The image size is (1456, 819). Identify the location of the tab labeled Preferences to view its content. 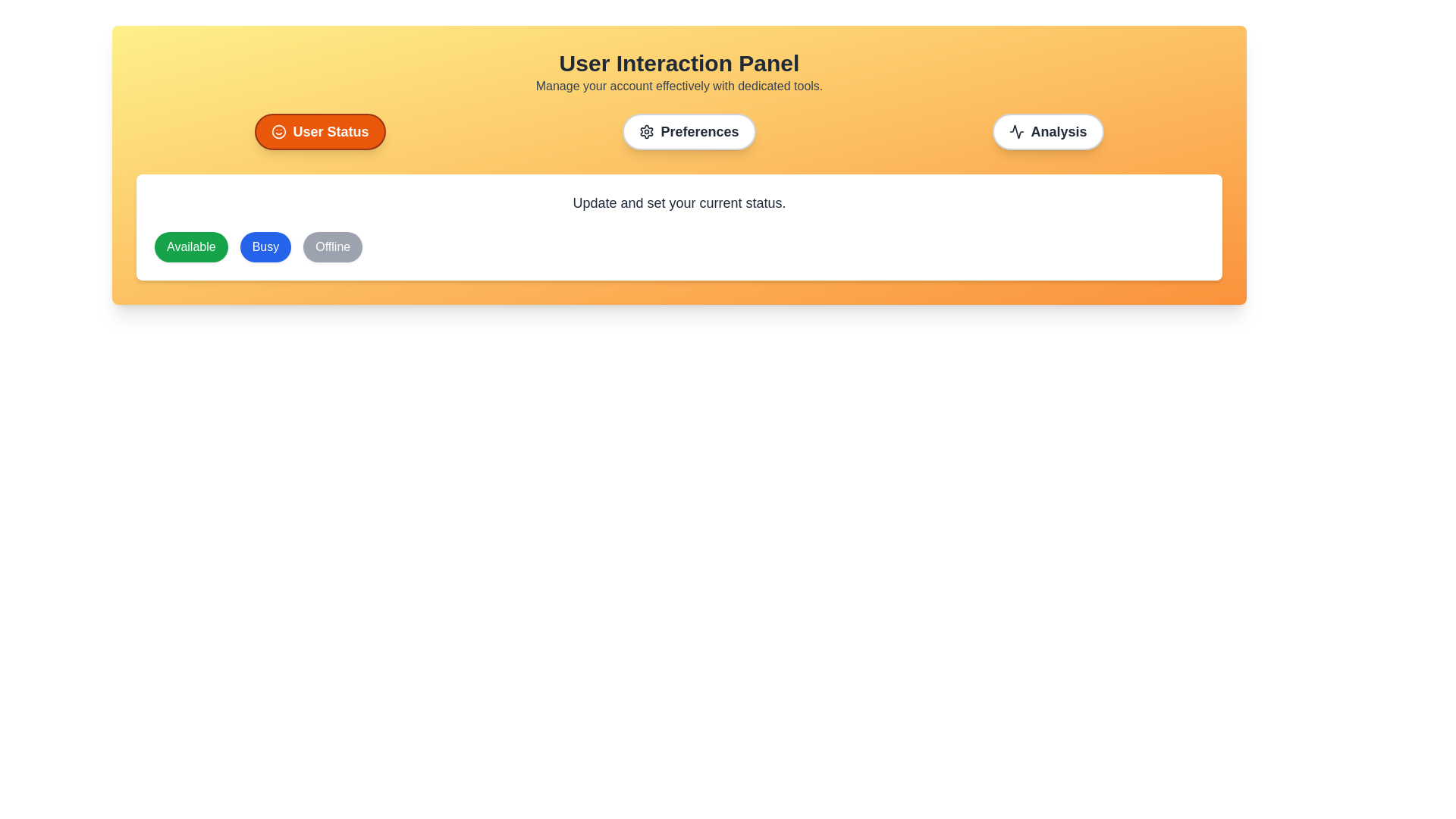
(688, 130).